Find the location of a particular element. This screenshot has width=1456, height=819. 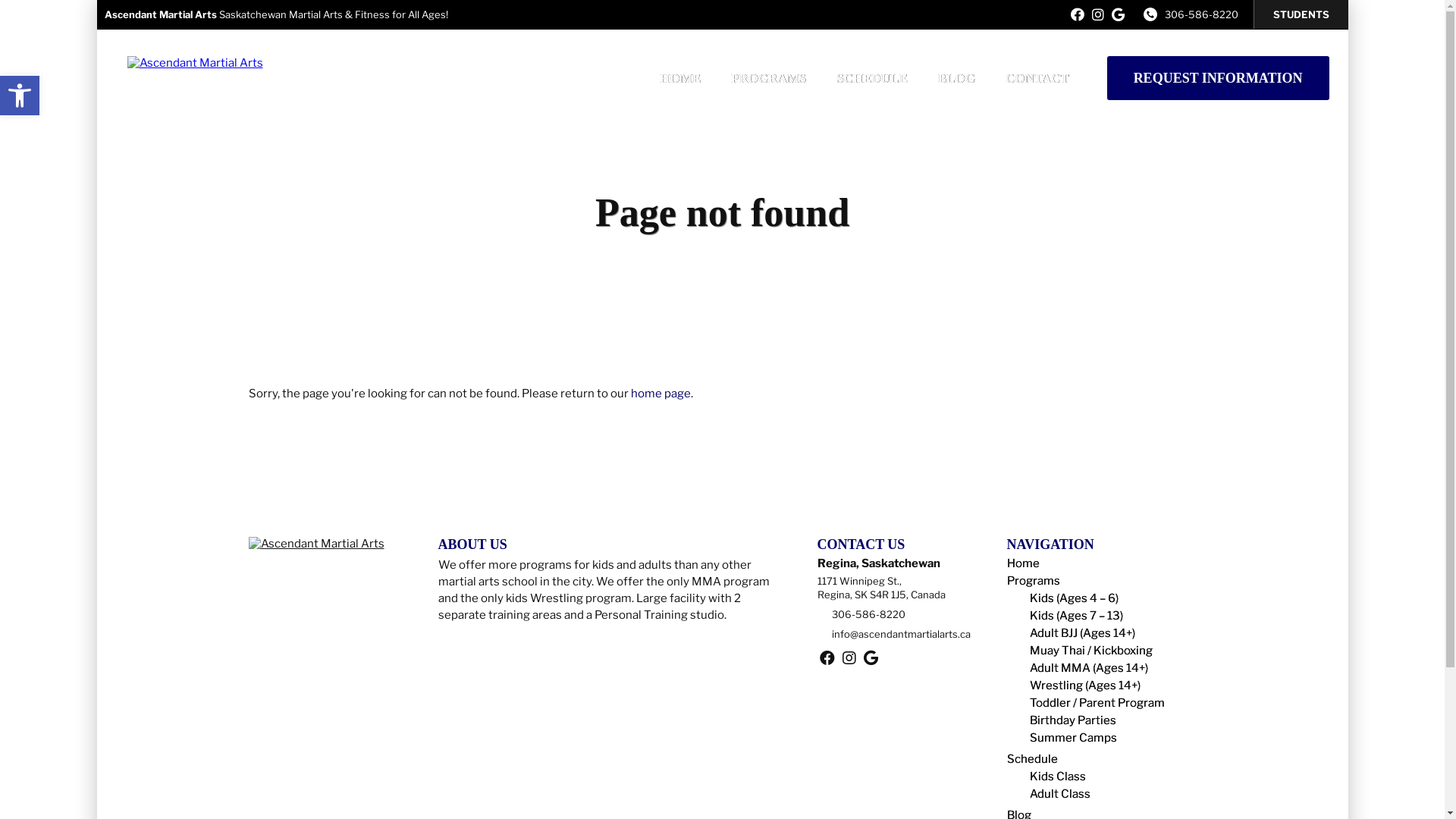

'CONTACT' is located at coordinates (990, 77).